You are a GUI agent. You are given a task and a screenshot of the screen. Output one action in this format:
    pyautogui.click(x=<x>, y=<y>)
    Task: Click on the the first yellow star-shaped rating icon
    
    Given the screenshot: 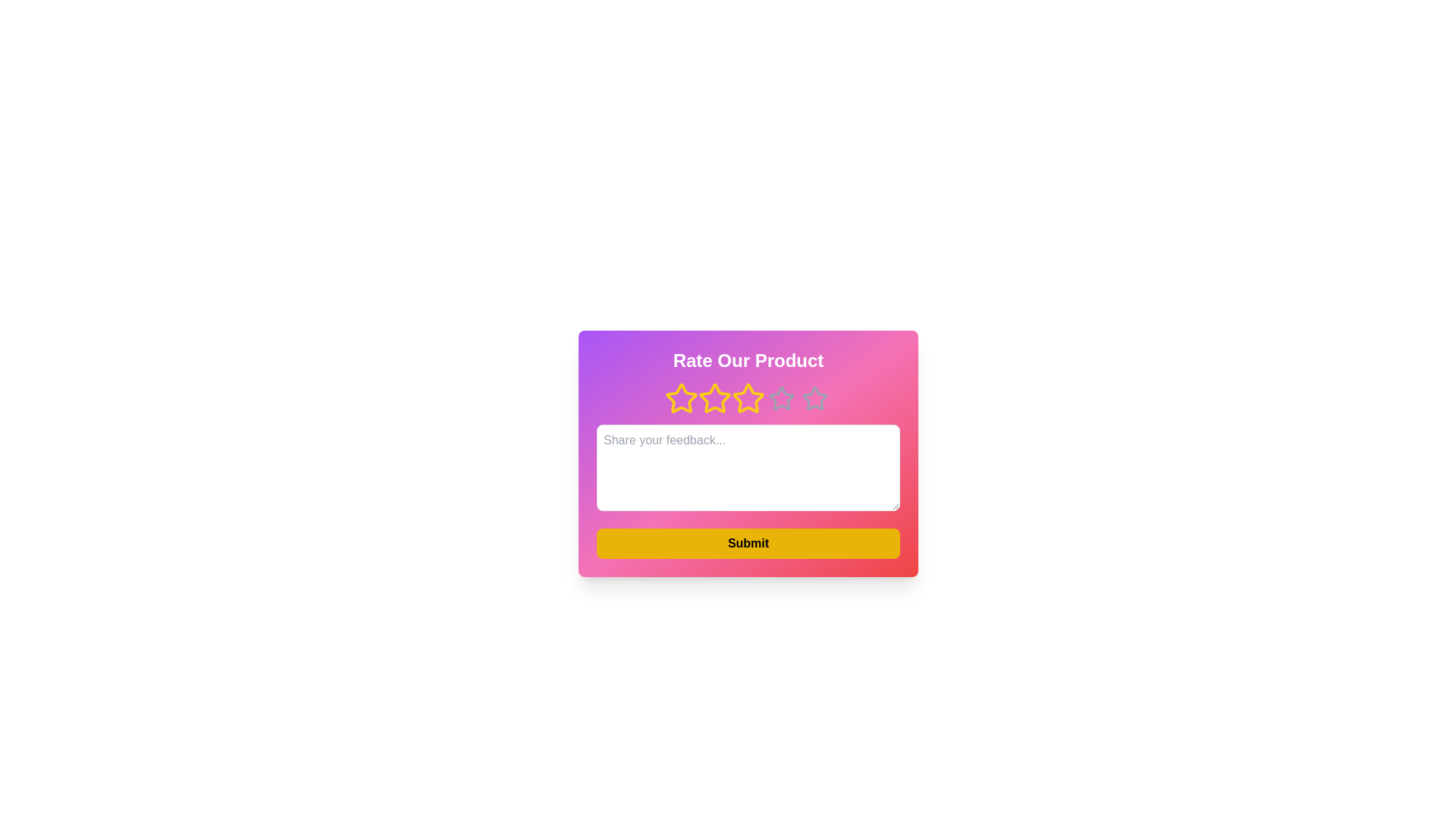 What is the action you would take?
    pyautogui.click(x=680, y=397)
    